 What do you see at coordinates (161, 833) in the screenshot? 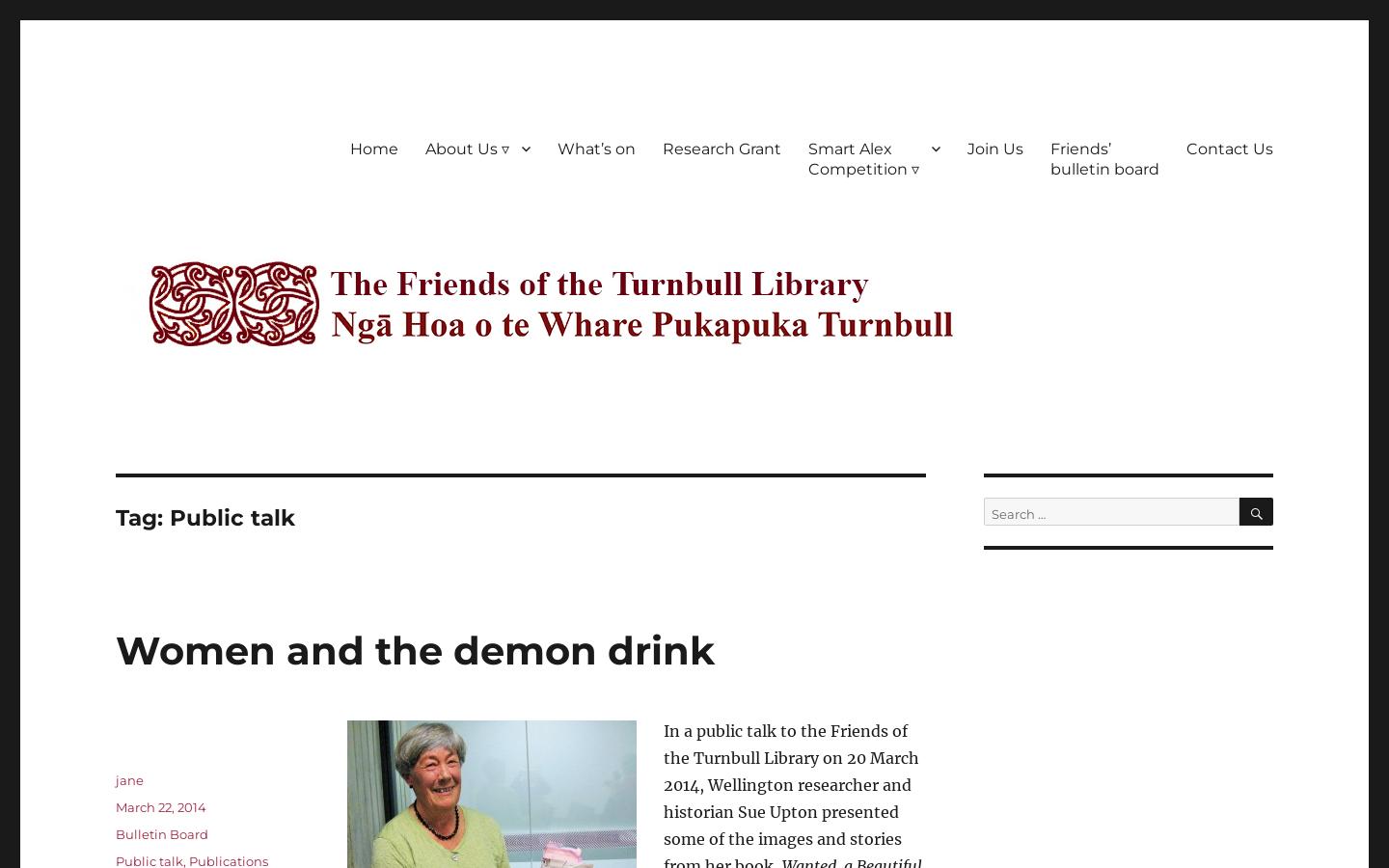
I see `'Bulletin Board'` at bounding box center [161, 833].